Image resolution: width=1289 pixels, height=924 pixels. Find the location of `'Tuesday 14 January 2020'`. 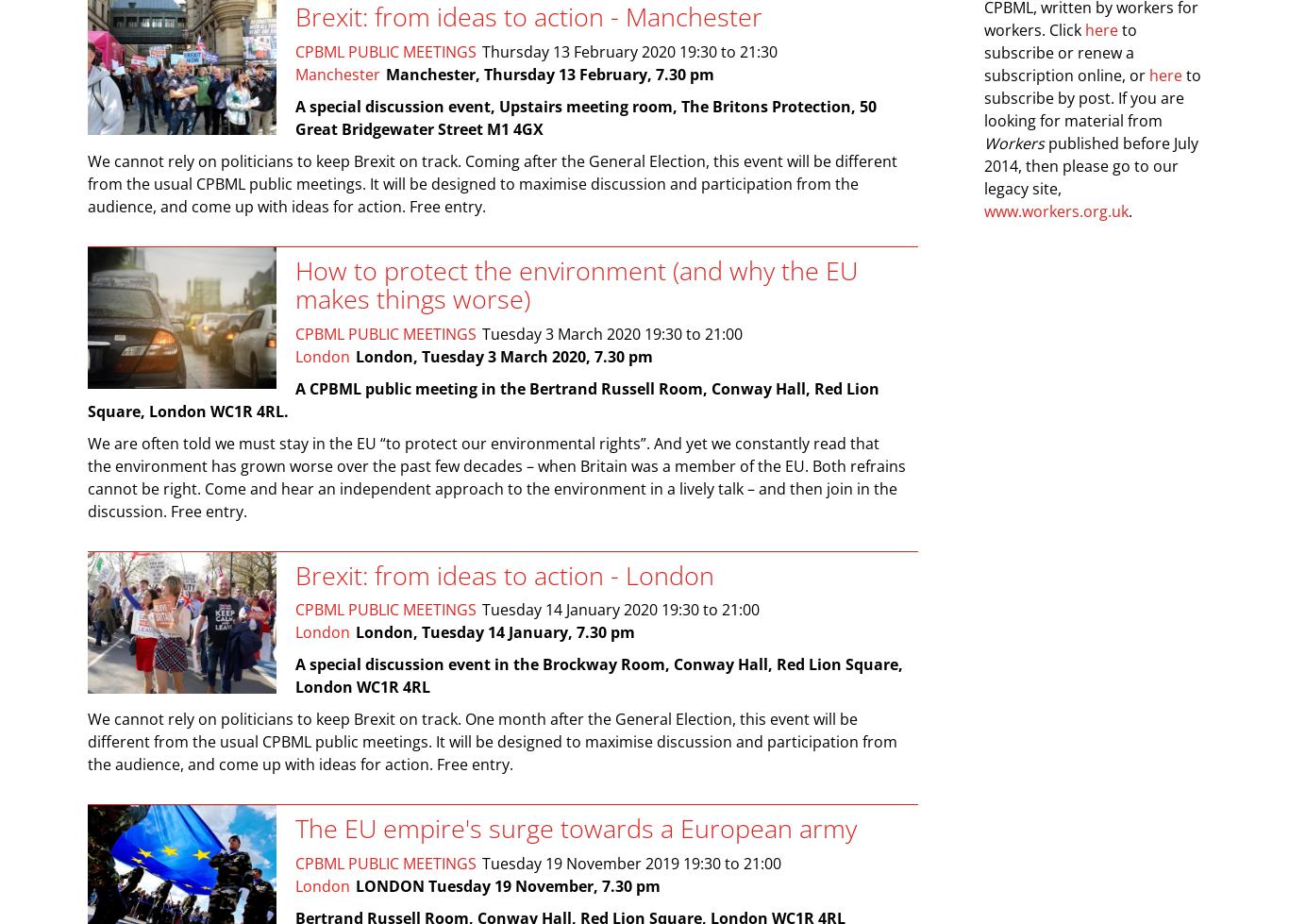

'Tuesday 14 January 2020' is located at coordinates (482, 609).